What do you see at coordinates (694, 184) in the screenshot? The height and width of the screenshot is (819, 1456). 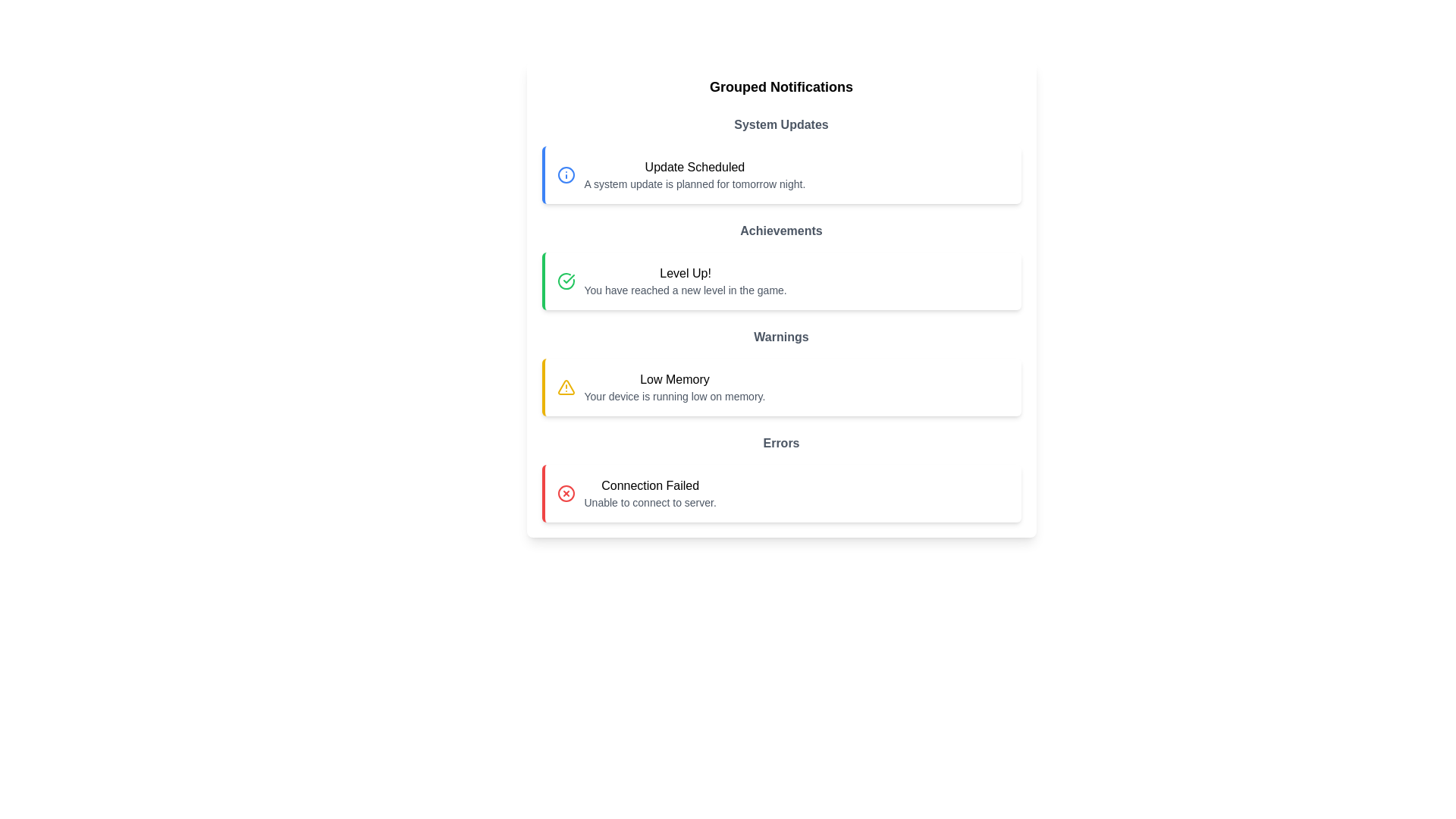 I see `text content of the Text label located below the 'Update Scheduled' notification title in the 'System Updates' group` at bounding box center [694, 184].